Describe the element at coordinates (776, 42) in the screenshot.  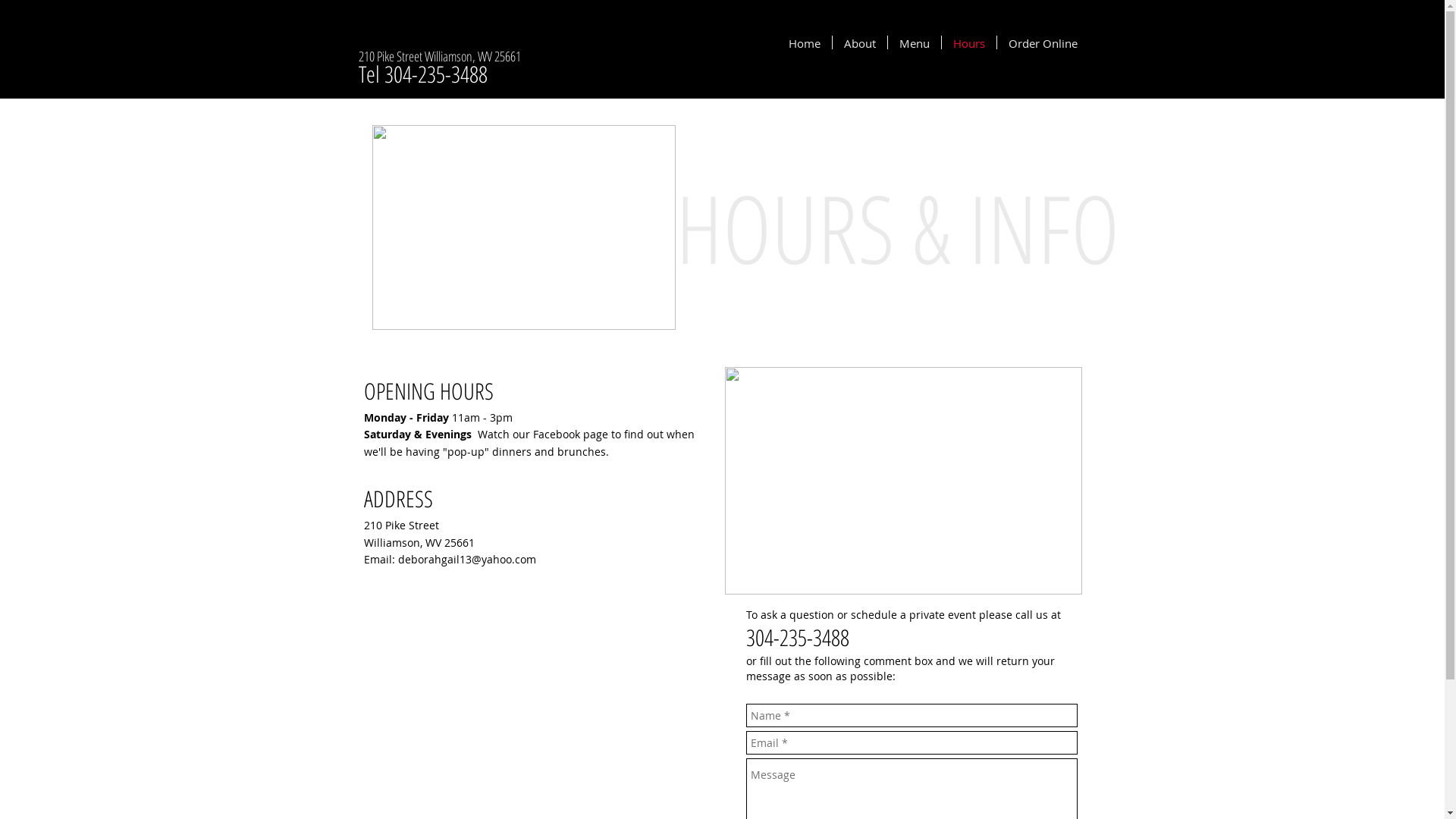
I see `'Home'` at that location.